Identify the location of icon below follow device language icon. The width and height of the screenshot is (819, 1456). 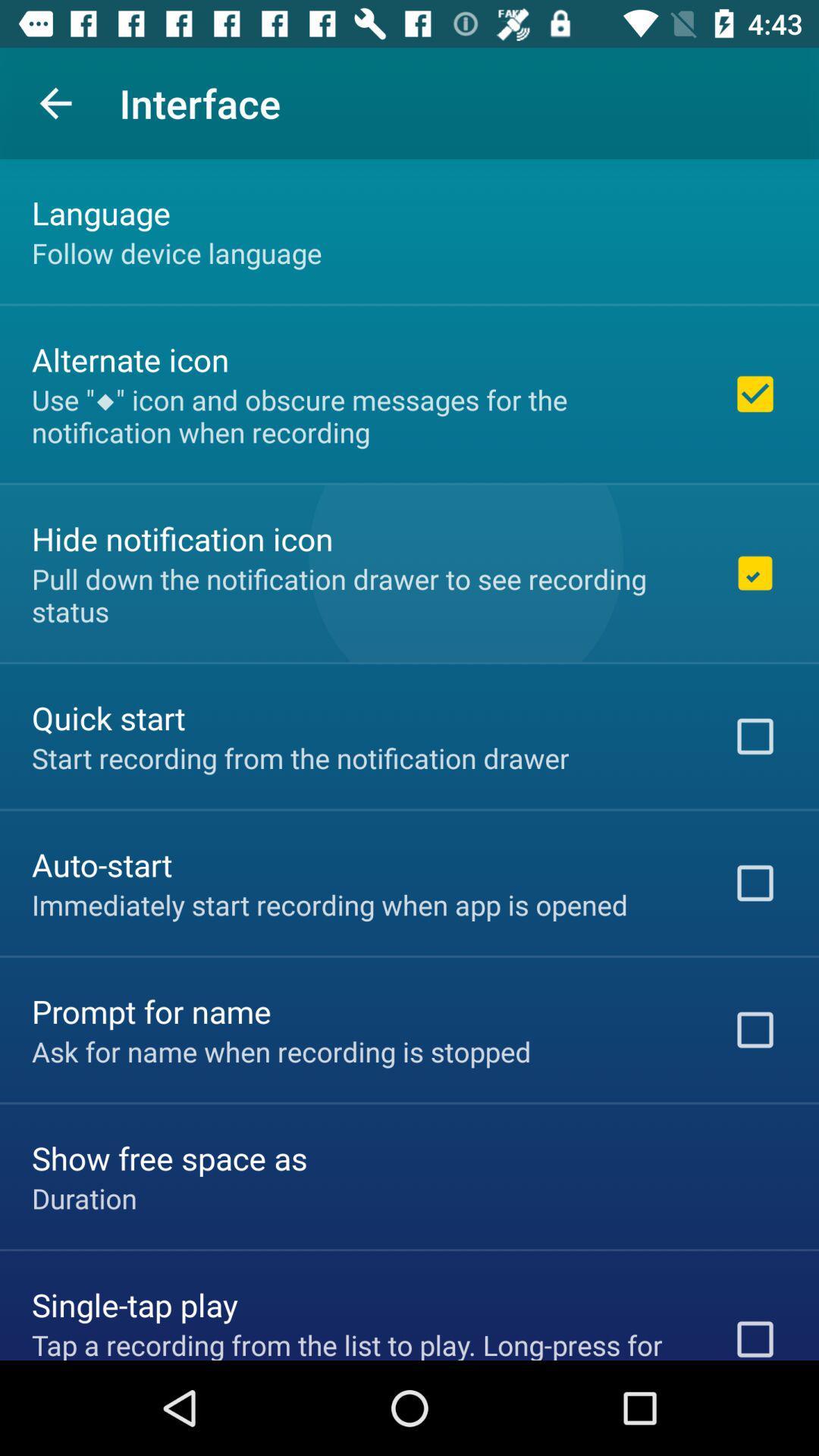
(130, 359).